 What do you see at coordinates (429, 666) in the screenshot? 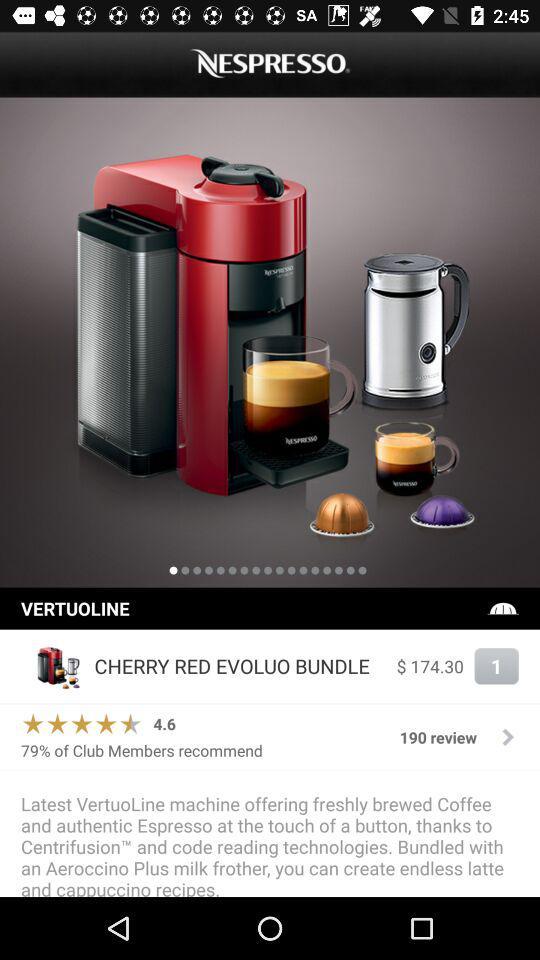
I see `the $ 174.30` at bounding box center [429, 666].